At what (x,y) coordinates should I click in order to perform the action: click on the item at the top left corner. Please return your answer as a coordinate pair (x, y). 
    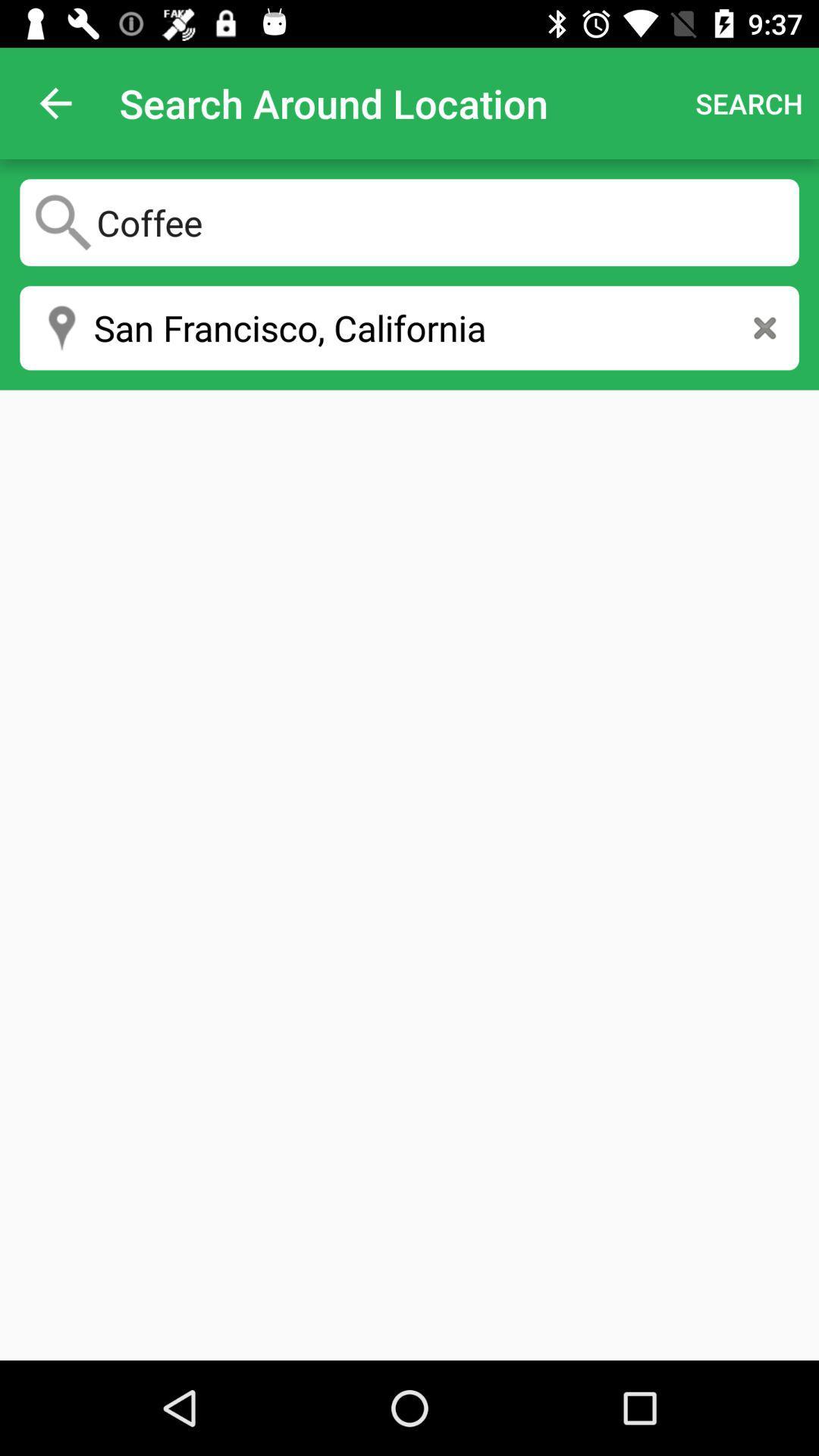
    Looking at the image, I should click on (55, 102).